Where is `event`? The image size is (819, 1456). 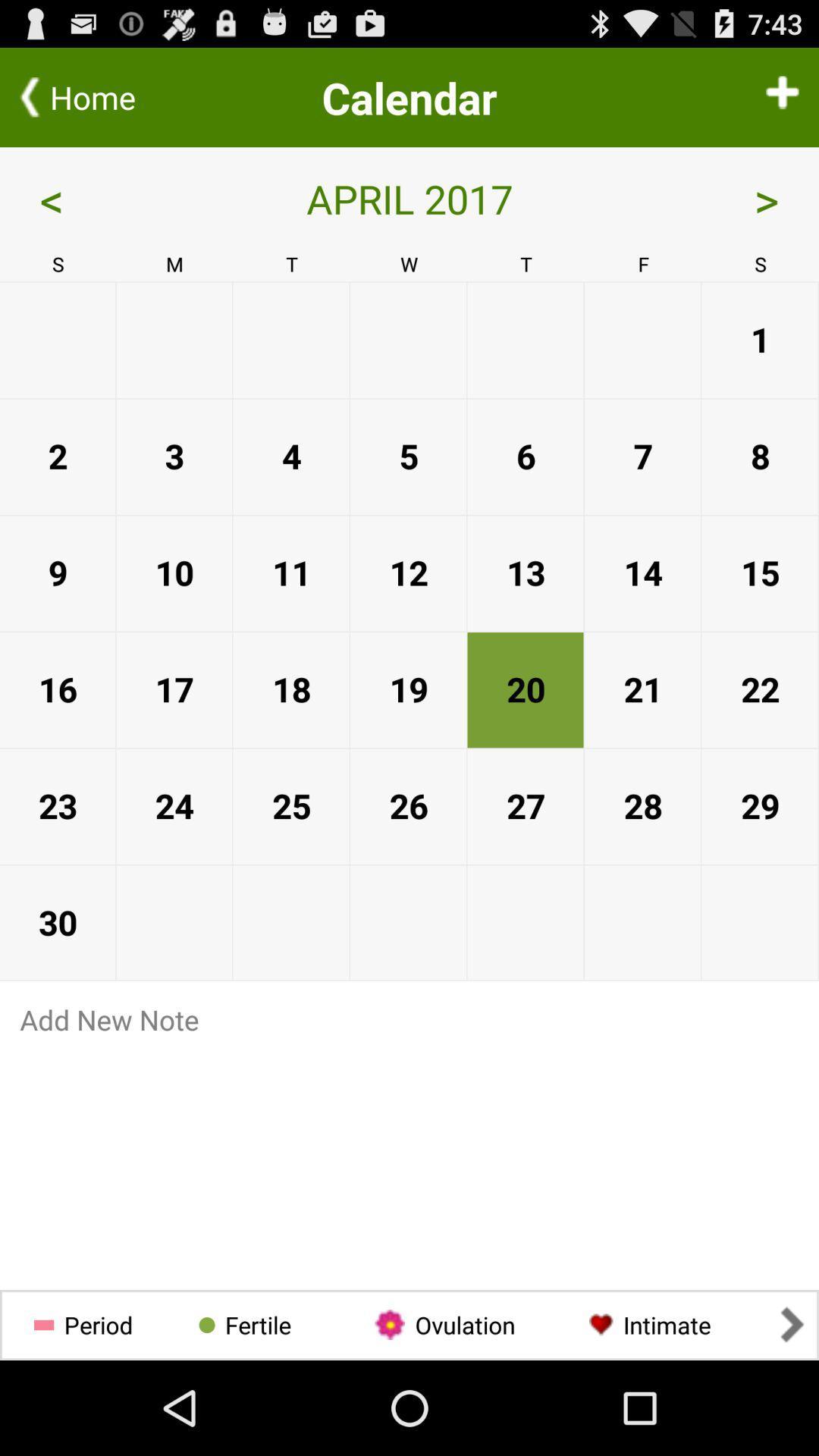
event is located at coordinates (783, 96).